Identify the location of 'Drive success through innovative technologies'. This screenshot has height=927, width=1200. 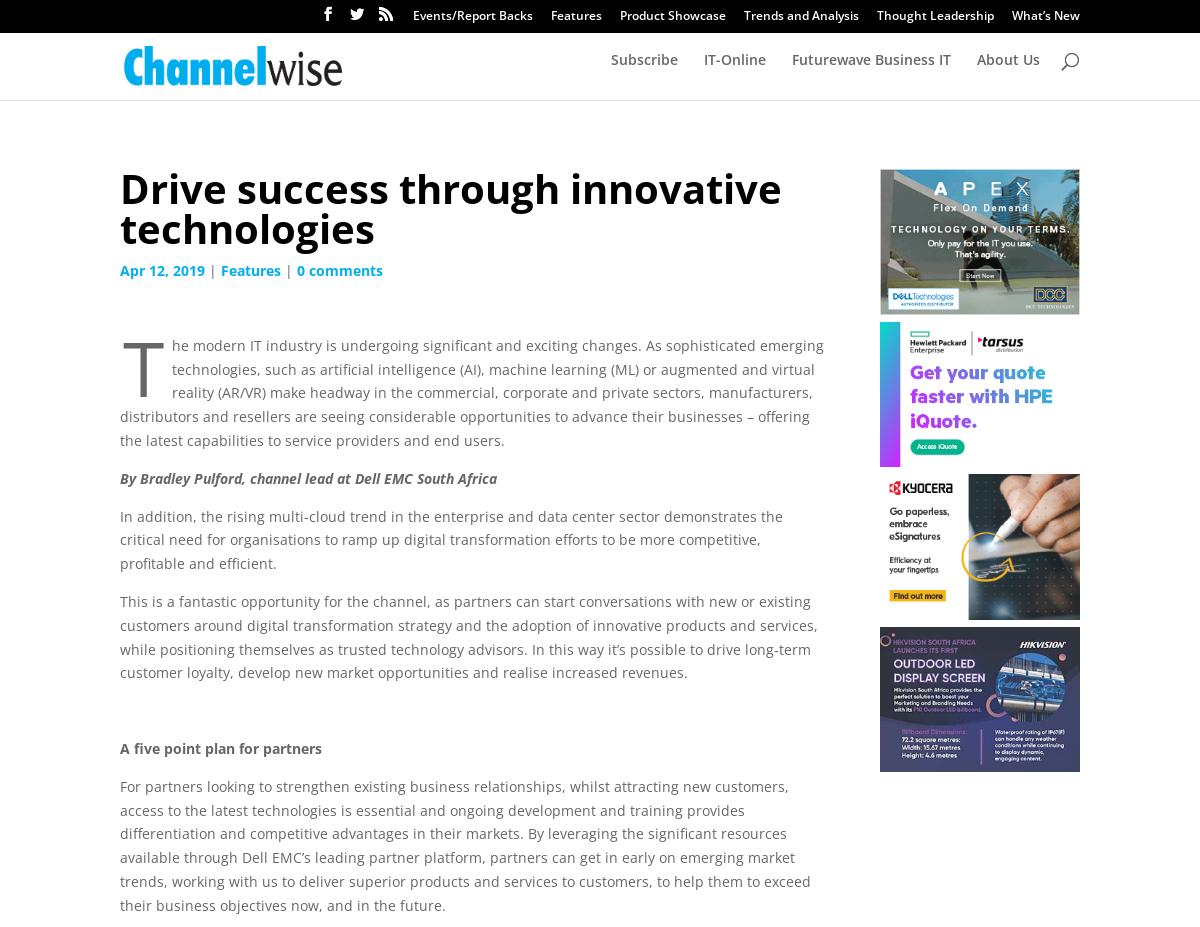
(120, 208).